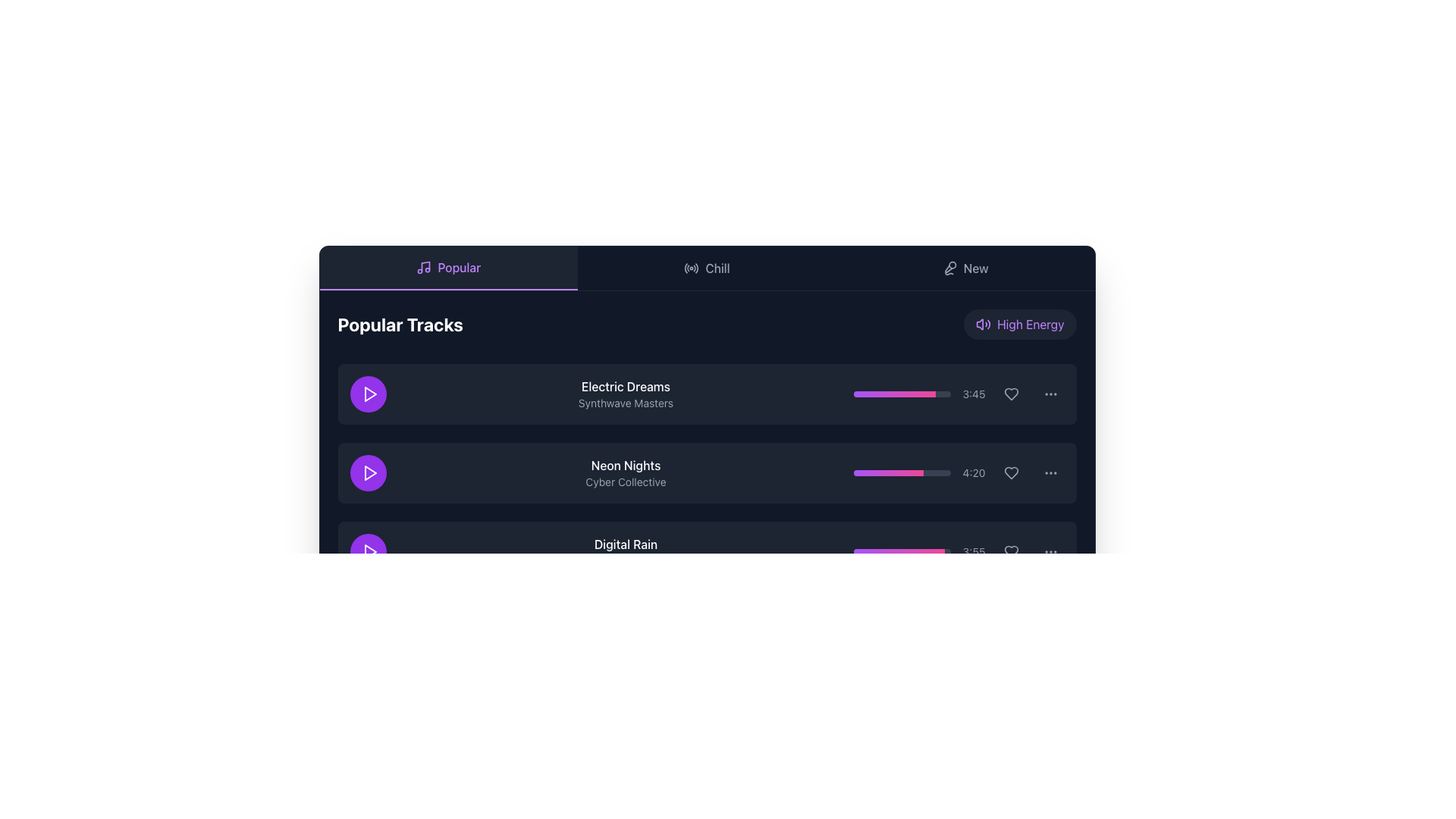  I want to click on the slider value, so click(857, 552).